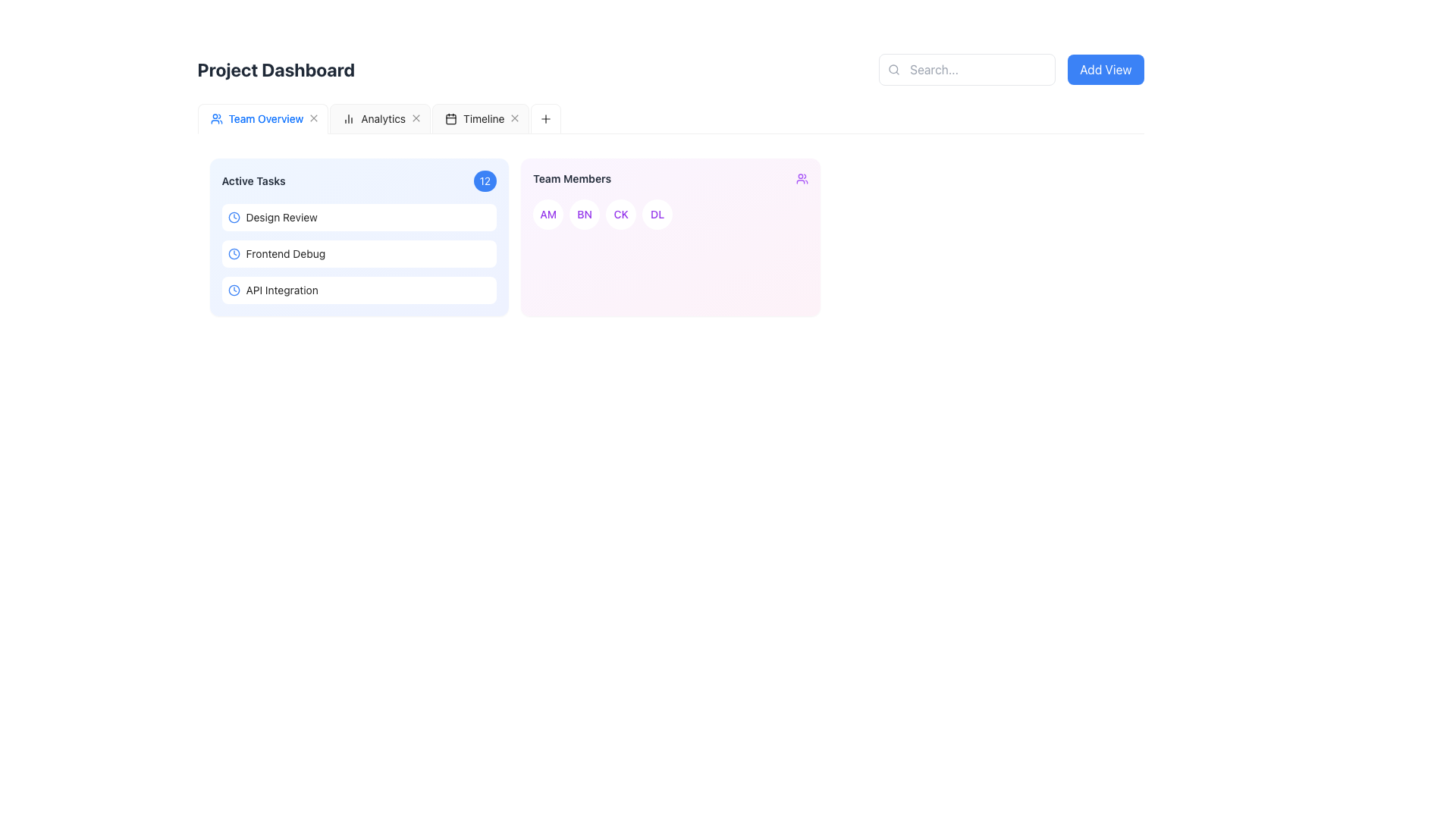 The image size is (1456, 819). I want to click on the upper vertical line segment of the '+' icon, which serves as an 'Add' button, located centrally in the UI, so click(213, 118).